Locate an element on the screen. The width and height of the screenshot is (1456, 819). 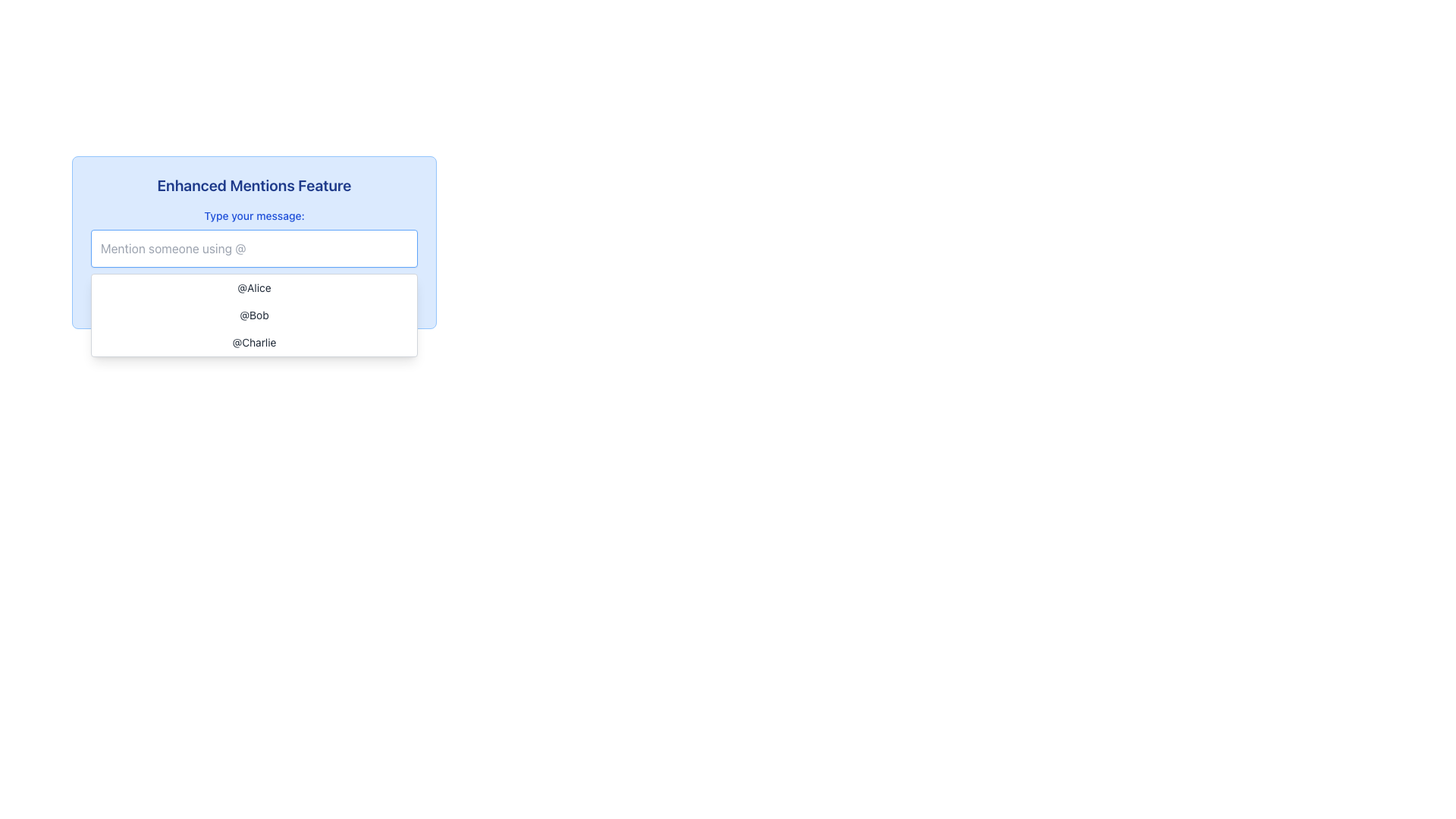
the selectable text option displaying '@Bob', which is the second item in the dropdown list of the 'Enhanced Mentions Feature' is located at coordinates (254, 315).